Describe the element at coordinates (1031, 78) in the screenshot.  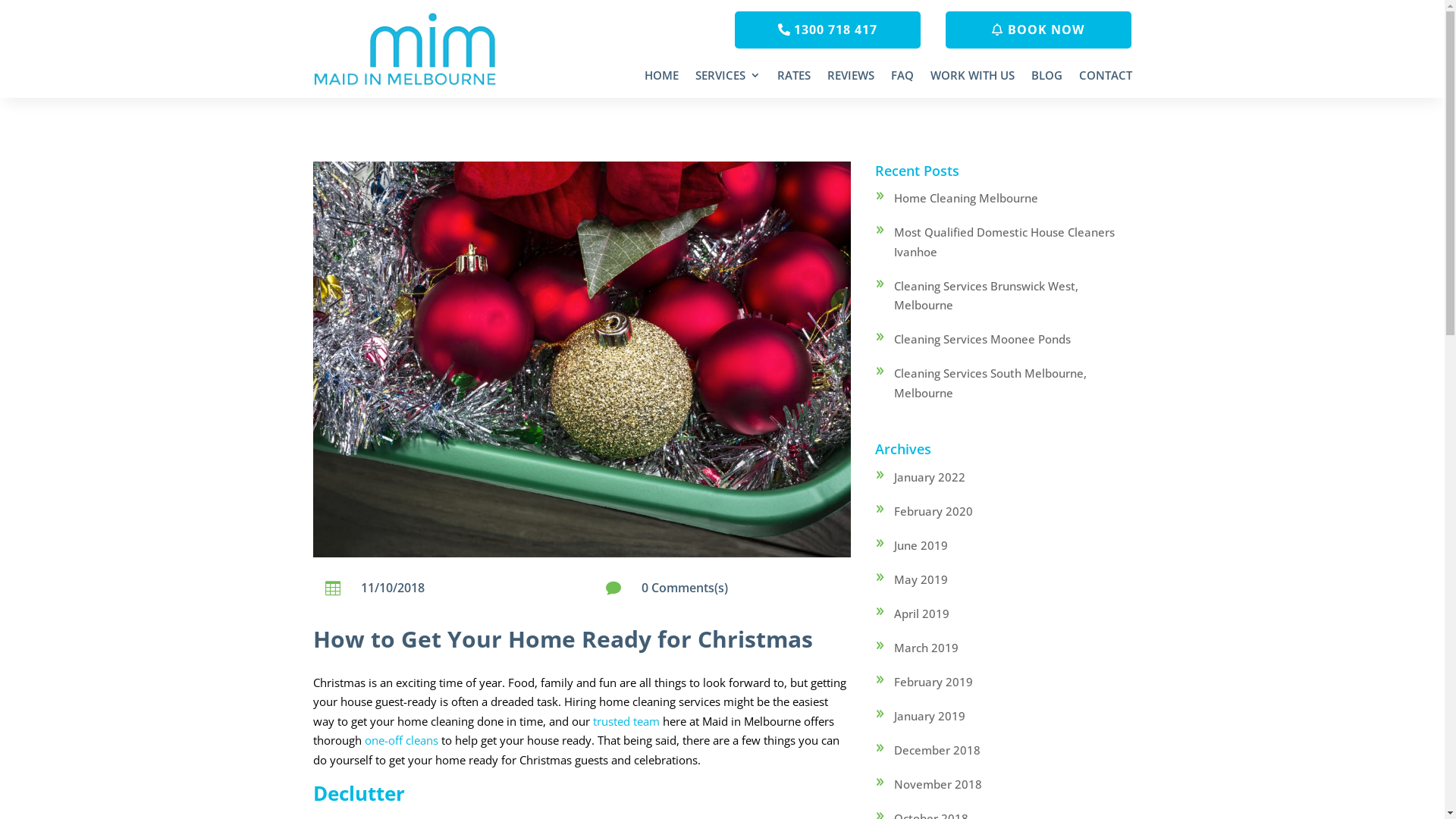
I see `'BLOG'` at that location.